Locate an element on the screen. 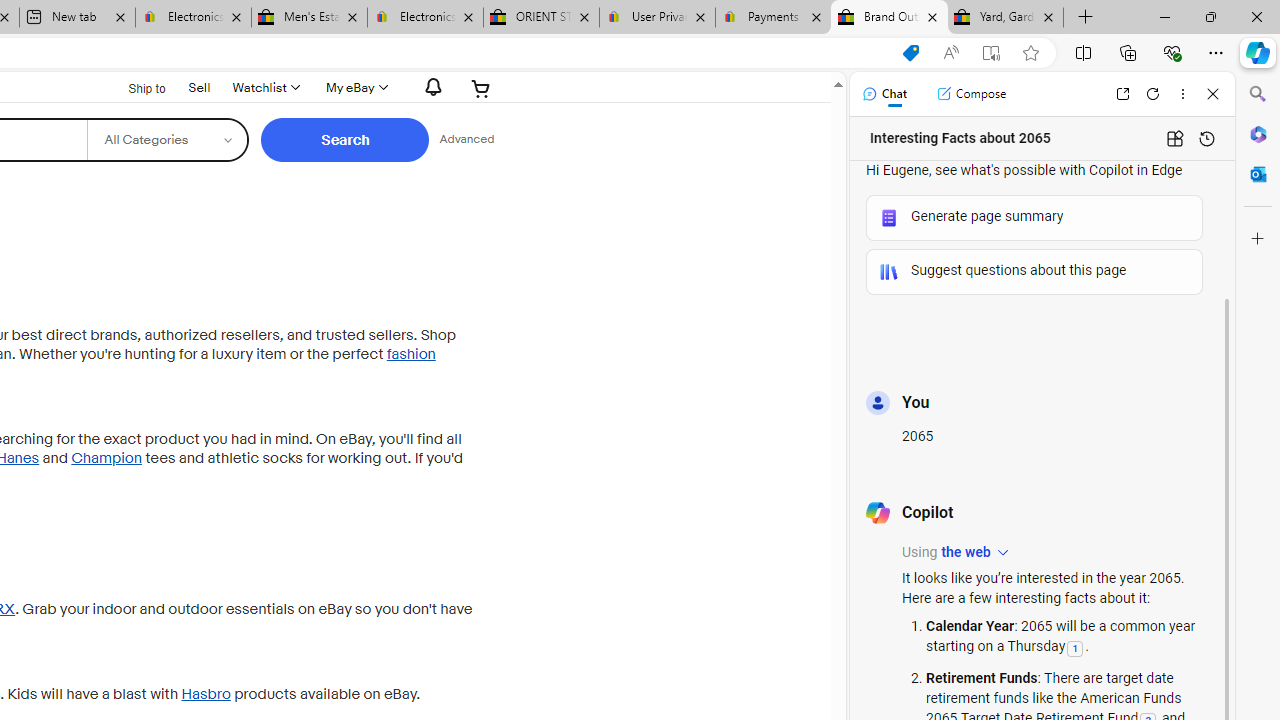  'My eBayExpand My eBay' is located at coordinates (355, 87).